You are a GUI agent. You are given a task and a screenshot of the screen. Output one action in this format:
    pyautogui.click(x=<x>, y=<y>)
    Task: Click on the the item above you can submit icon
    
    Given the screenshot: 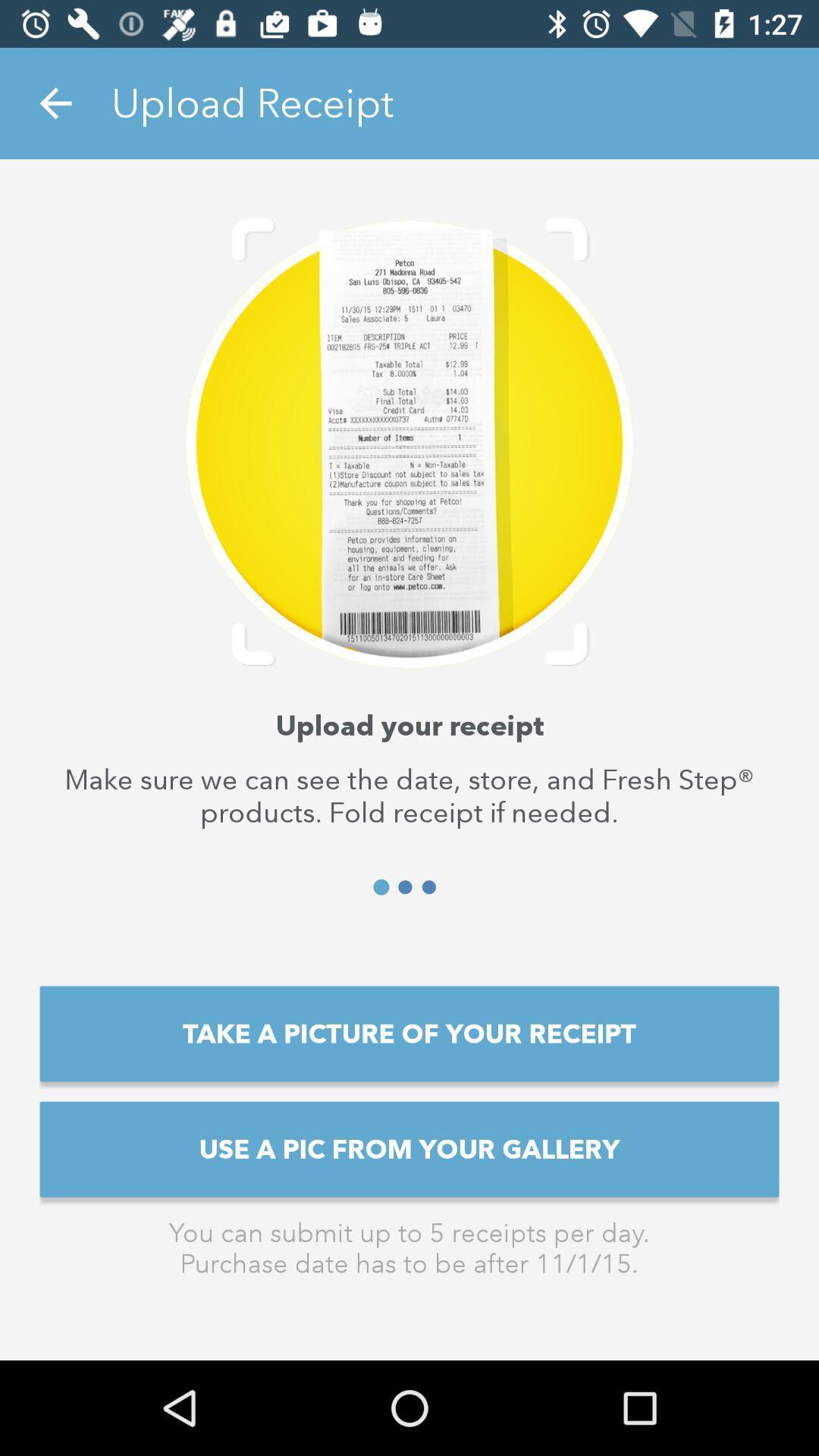 What is the action you would take?
    pyautogui.click(x=409, y=1149)
    